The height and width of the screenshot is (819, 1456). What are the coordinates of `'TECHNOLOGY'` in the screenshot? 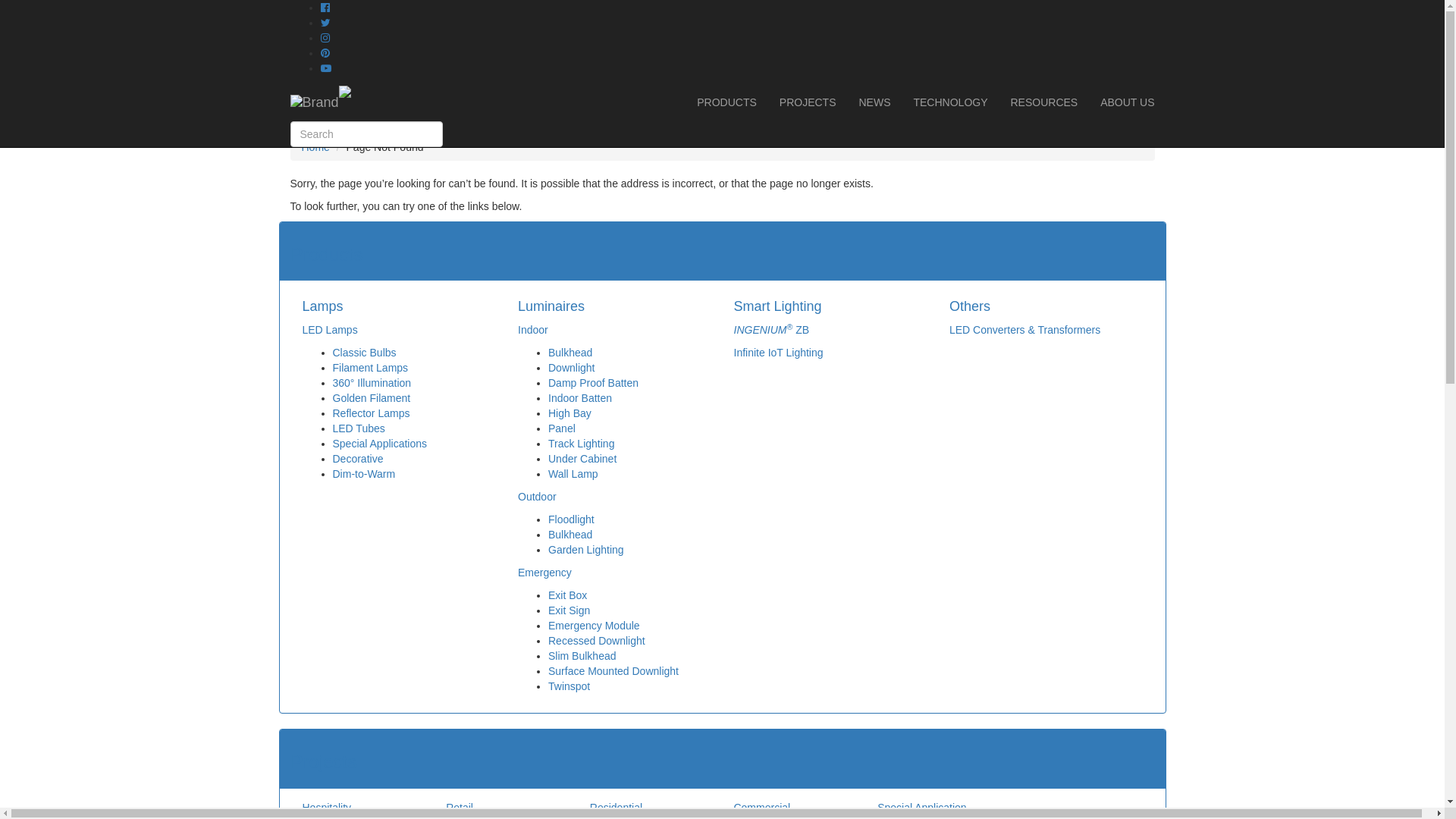 It's located at (949, 102).